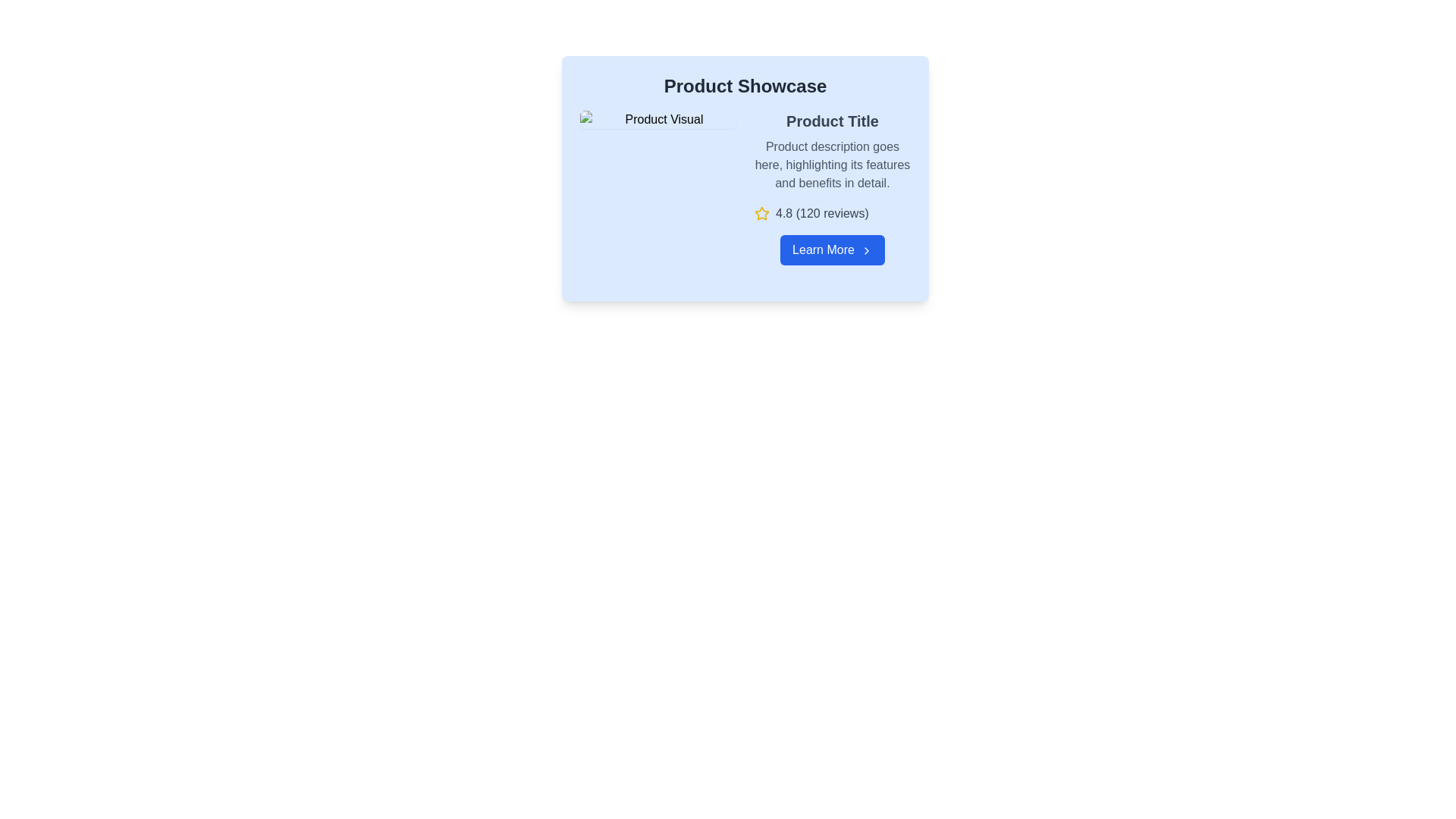 The width and height of the screenshot is (1456, 819). What do you see at coordinates (821, 213) in the screenshot?
I see `text component displaying '4.8 (120 reviews)', which is styled in gray and located to the right of a yellow star icon` at bounding box center [821, 213].